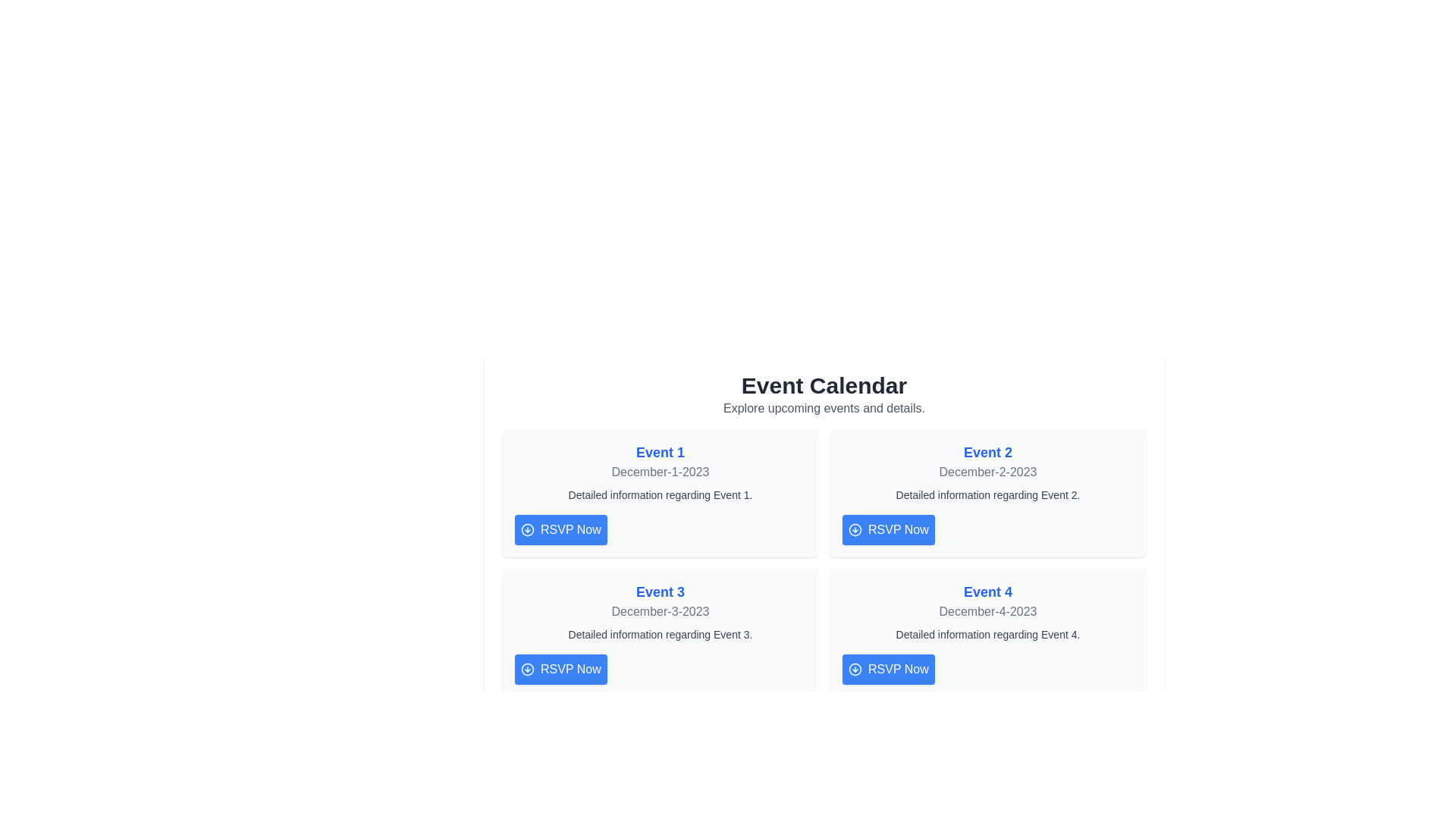 The height and width of the screenshot is (819, 1456). What do you see at coordinates (660, 472) in the screenshot?
I see `text label displaying the date 'December-1-2023' associated with Event 1, which is located below the title 'Event 1' and above the event description` at bounding box center [660, 472].